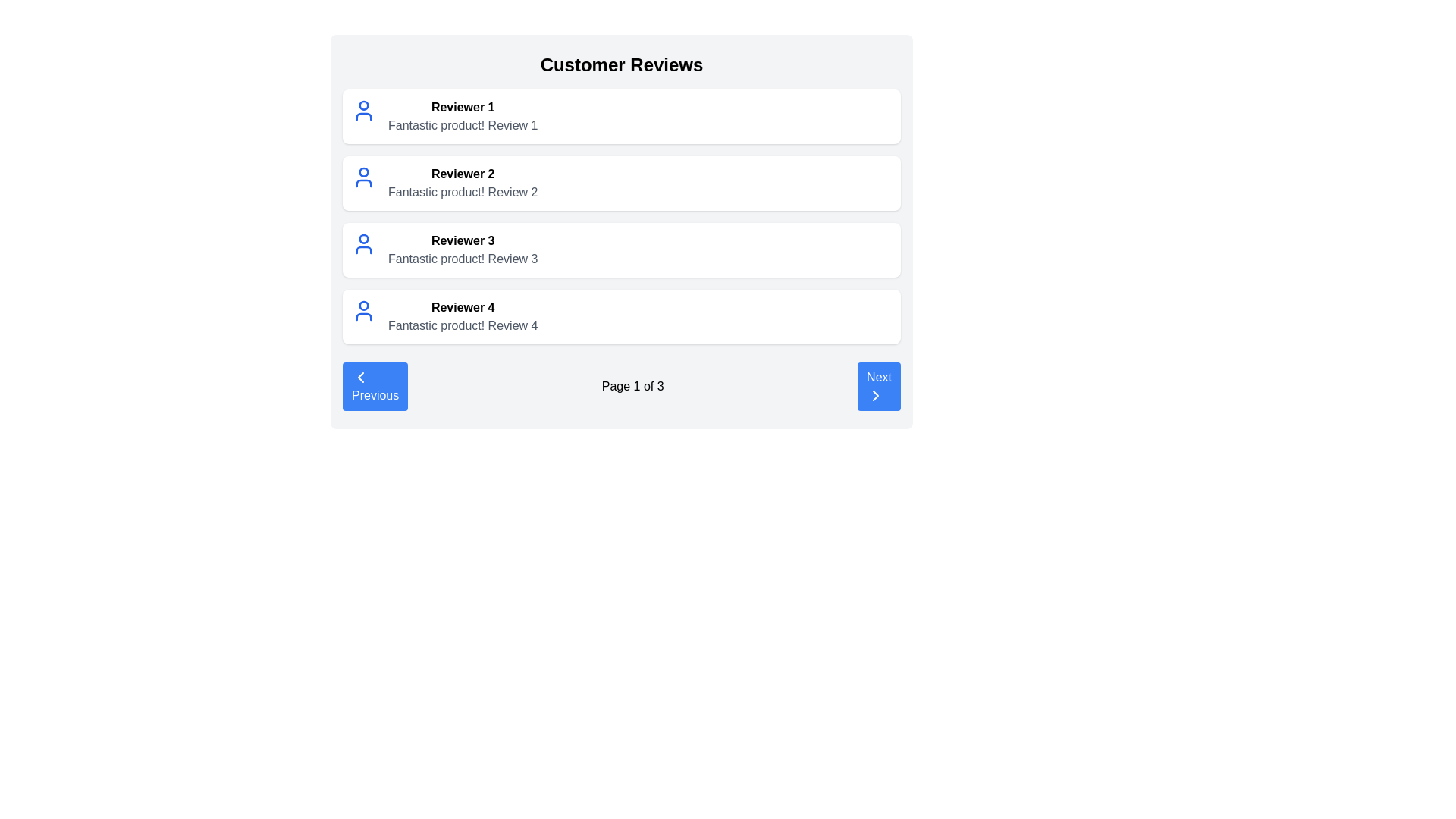 The image size is (1456, 819). Describe the element at coordinates (359, 376) in the screenshot. I see `the leftward-pointing chevron icon inside the blue 'Previous' button` at that location.